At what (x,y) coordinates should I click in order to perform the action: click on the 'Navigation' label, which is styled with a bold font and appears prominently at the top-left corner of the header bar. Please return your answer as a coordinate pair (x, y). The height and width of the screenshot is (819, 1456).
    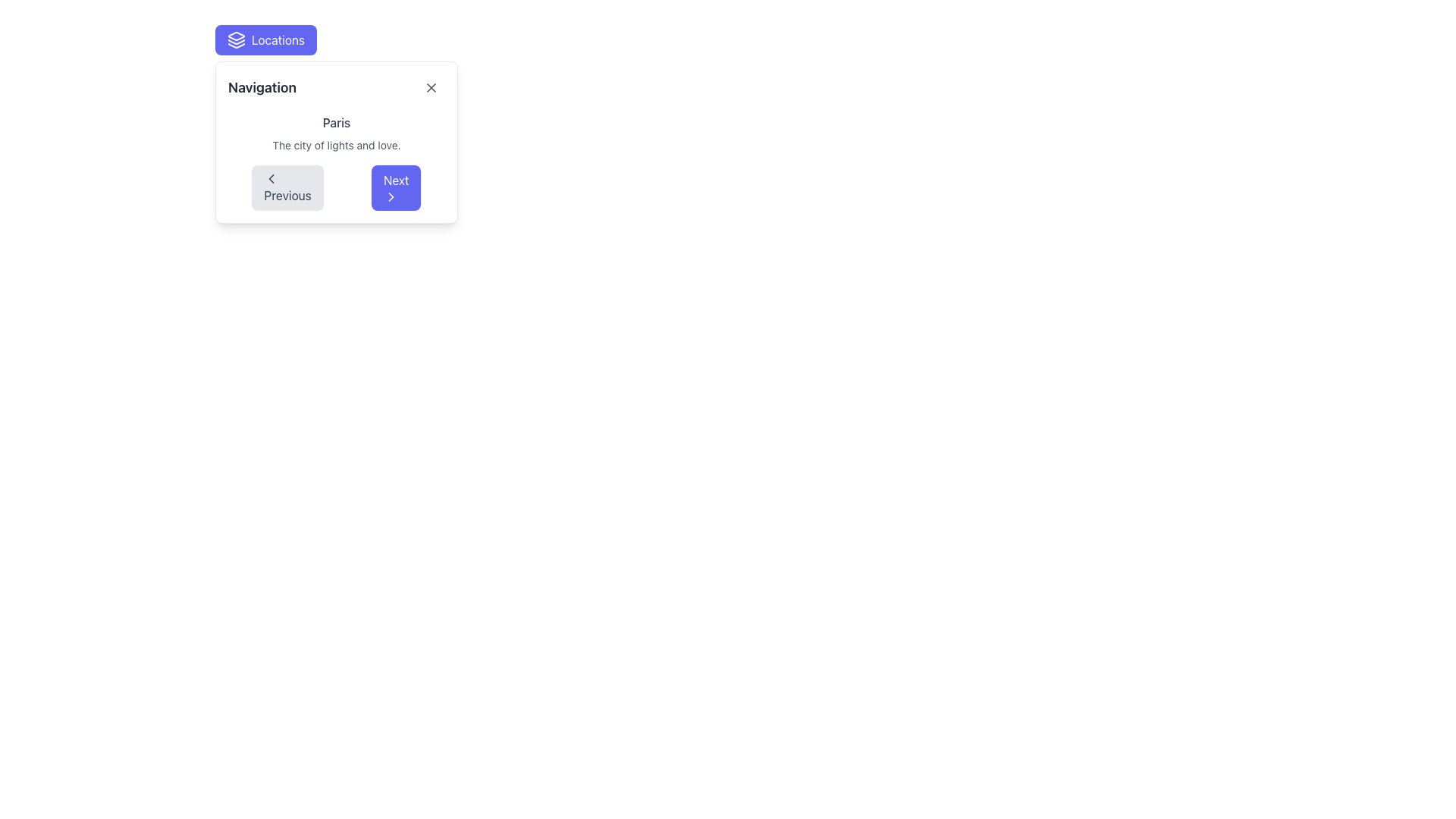
    Looking at the image, I should click on (262, 87).